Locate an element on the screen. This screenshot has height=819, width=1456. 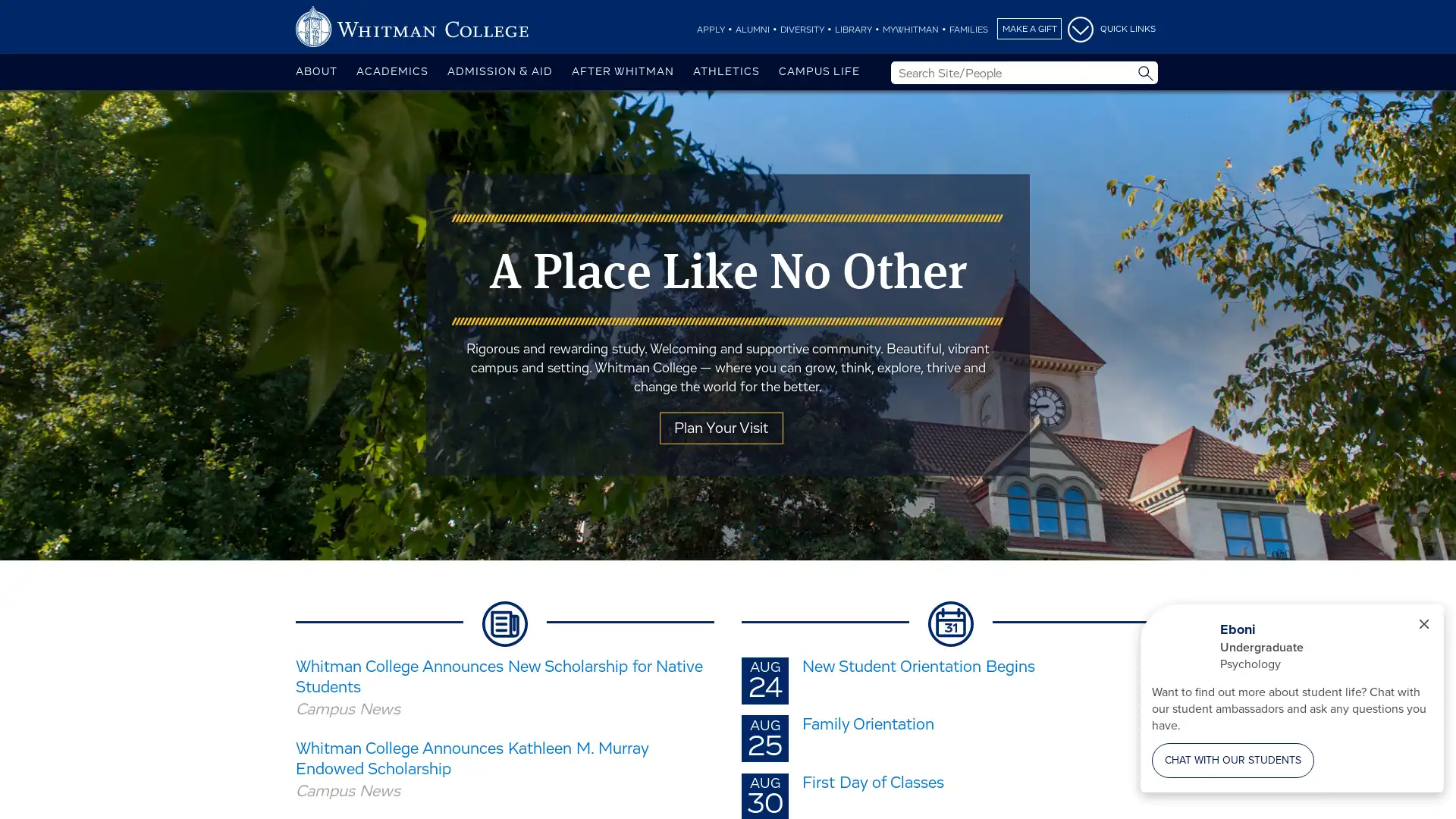
Site is located at coordinates (1153, 72).